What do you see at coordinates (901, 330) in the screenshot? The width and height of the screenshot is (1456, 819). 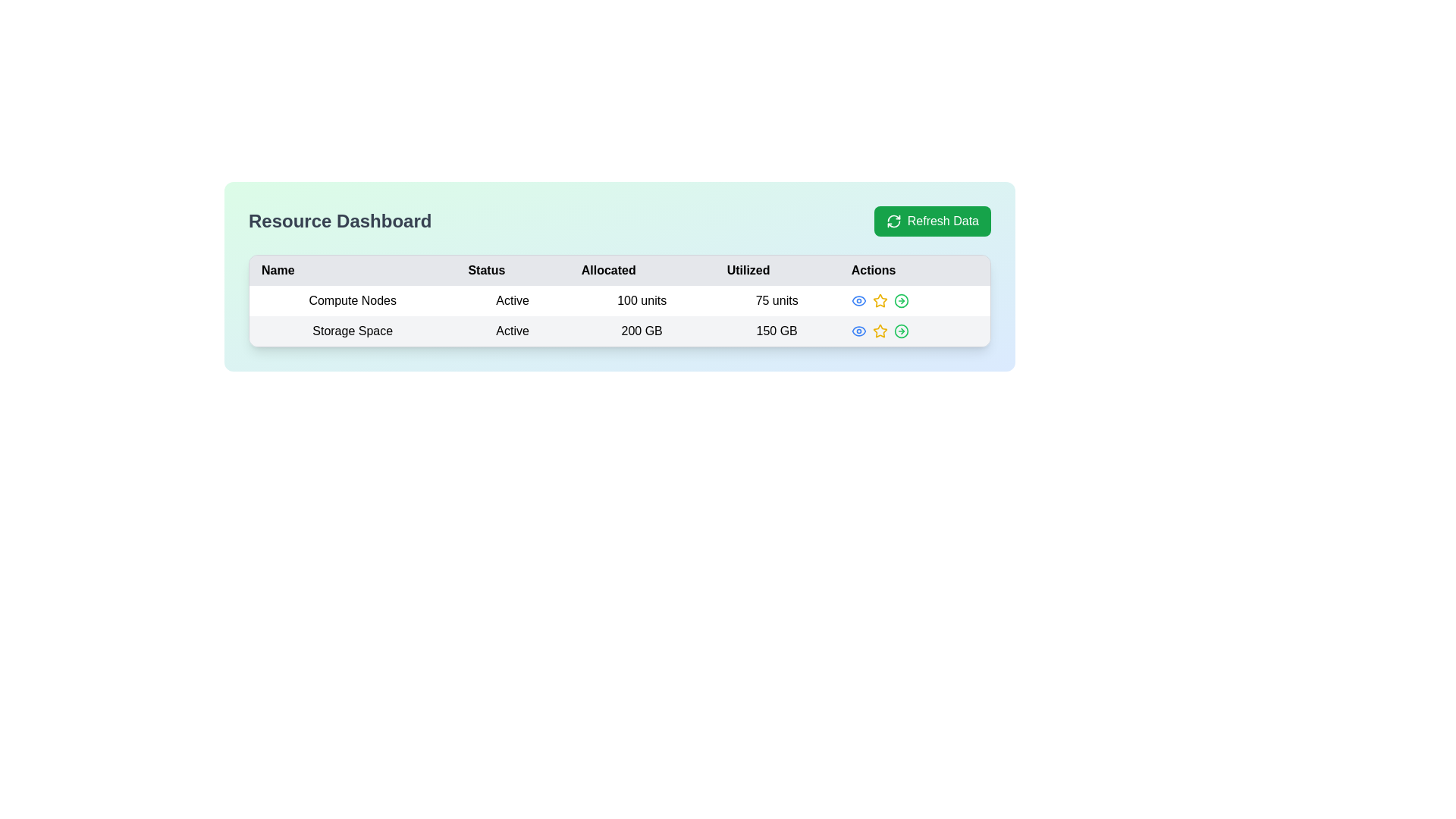 I see `the decorative graphic element representing a circular arrow icon in the 'Actions' column of the second row of the resource table` at bounding box center [901, 330].